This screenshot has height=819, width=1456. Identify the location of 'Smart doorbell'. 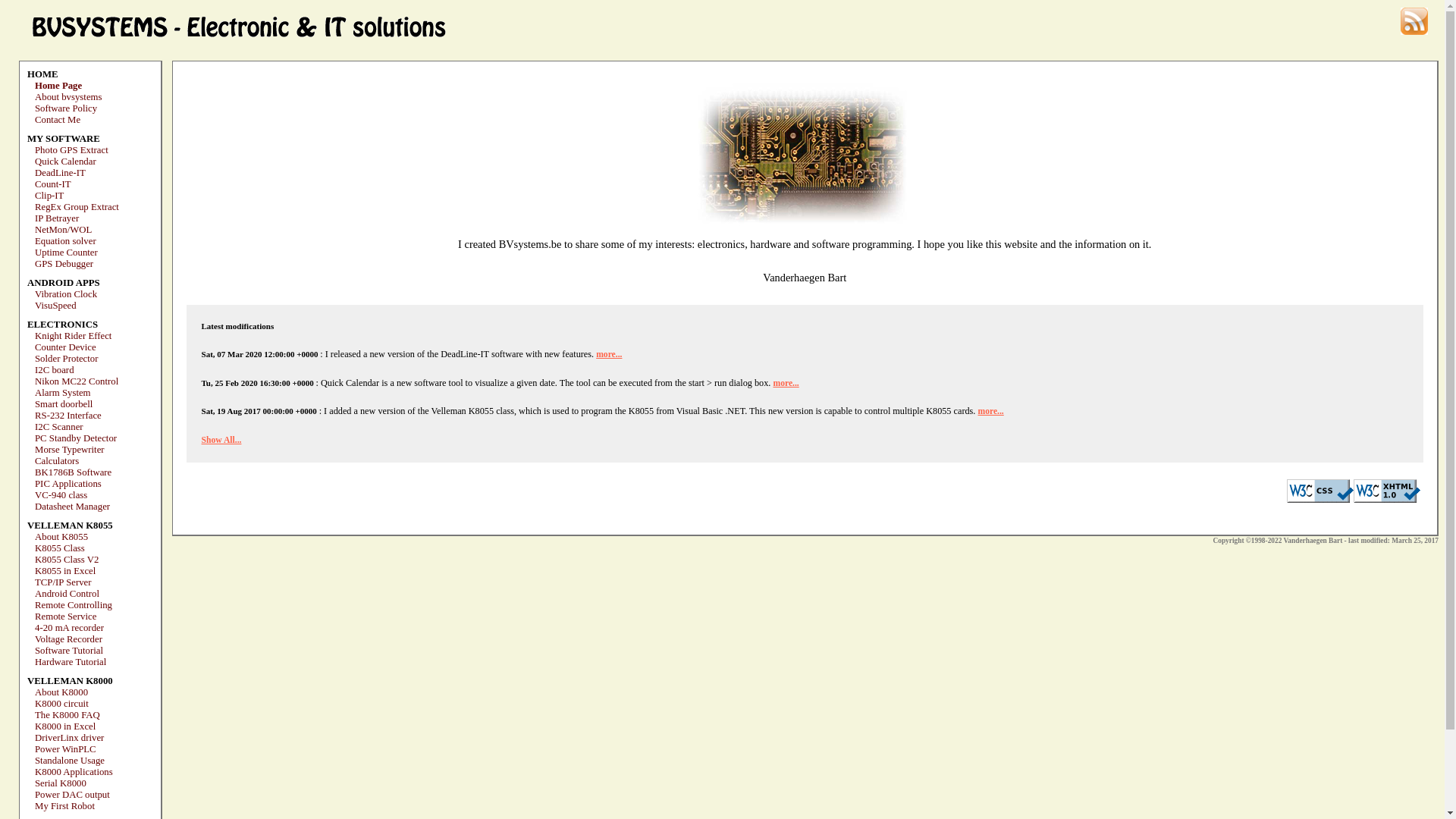
(62, 403).